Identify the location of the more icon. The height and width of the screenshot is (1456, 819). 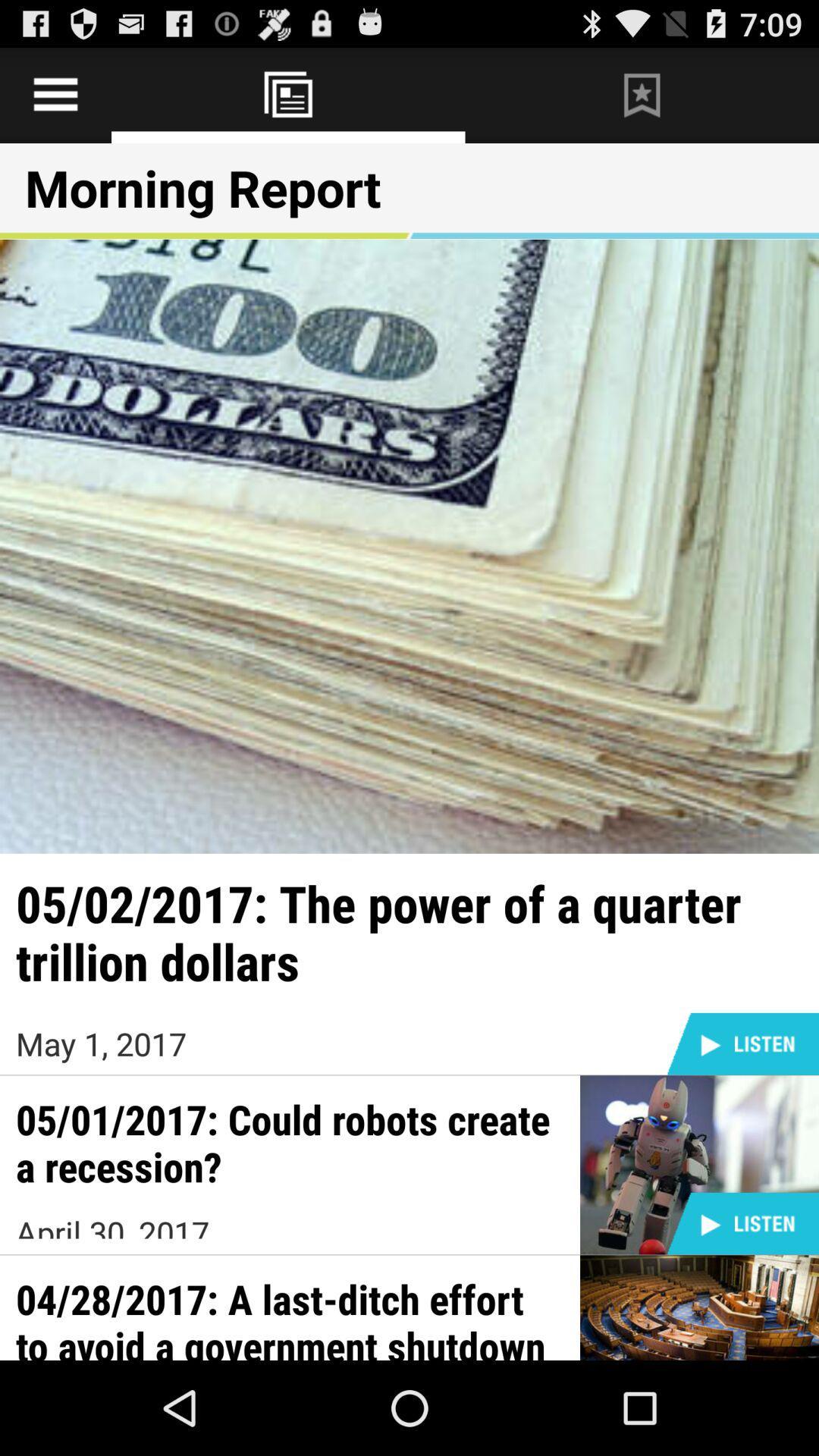
(288, 101).